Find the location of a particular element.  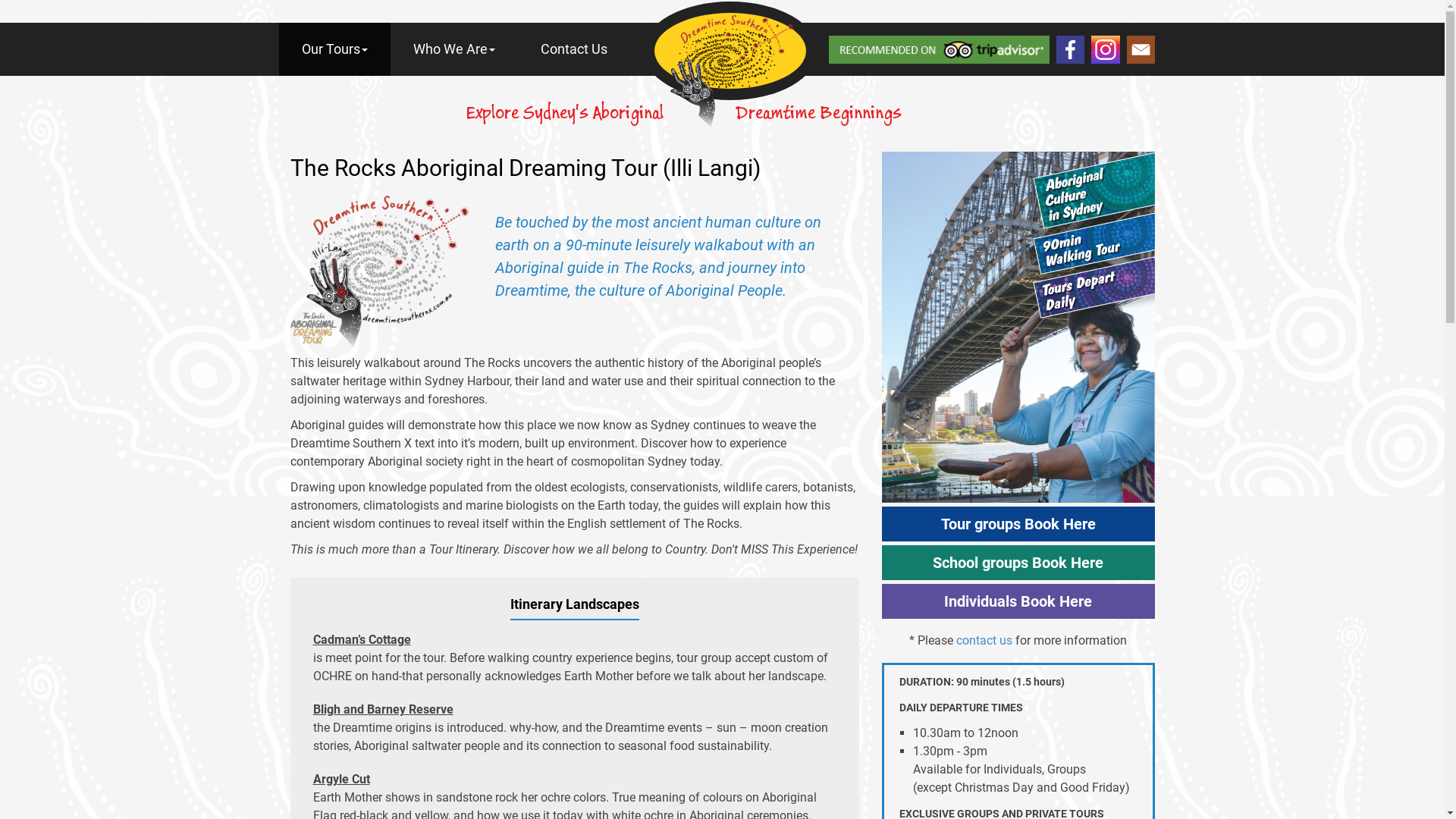

'contact us' is located at coordinates (984, 640).